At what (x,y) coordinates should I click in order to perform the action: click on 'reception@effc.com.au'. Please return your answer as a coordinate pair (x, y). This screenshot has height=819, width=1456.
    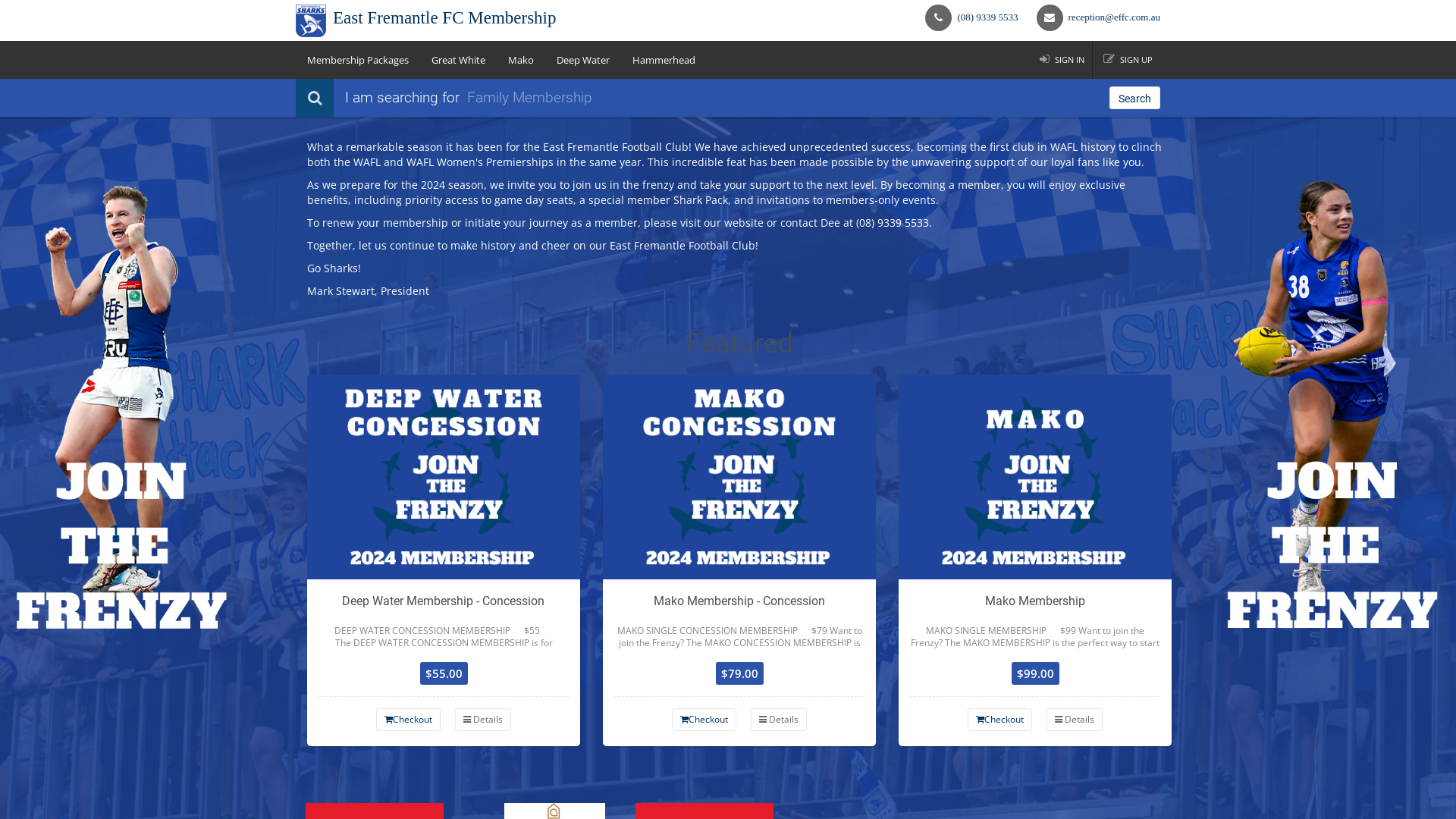
    Looking at the image, I should click on (1114, 17).